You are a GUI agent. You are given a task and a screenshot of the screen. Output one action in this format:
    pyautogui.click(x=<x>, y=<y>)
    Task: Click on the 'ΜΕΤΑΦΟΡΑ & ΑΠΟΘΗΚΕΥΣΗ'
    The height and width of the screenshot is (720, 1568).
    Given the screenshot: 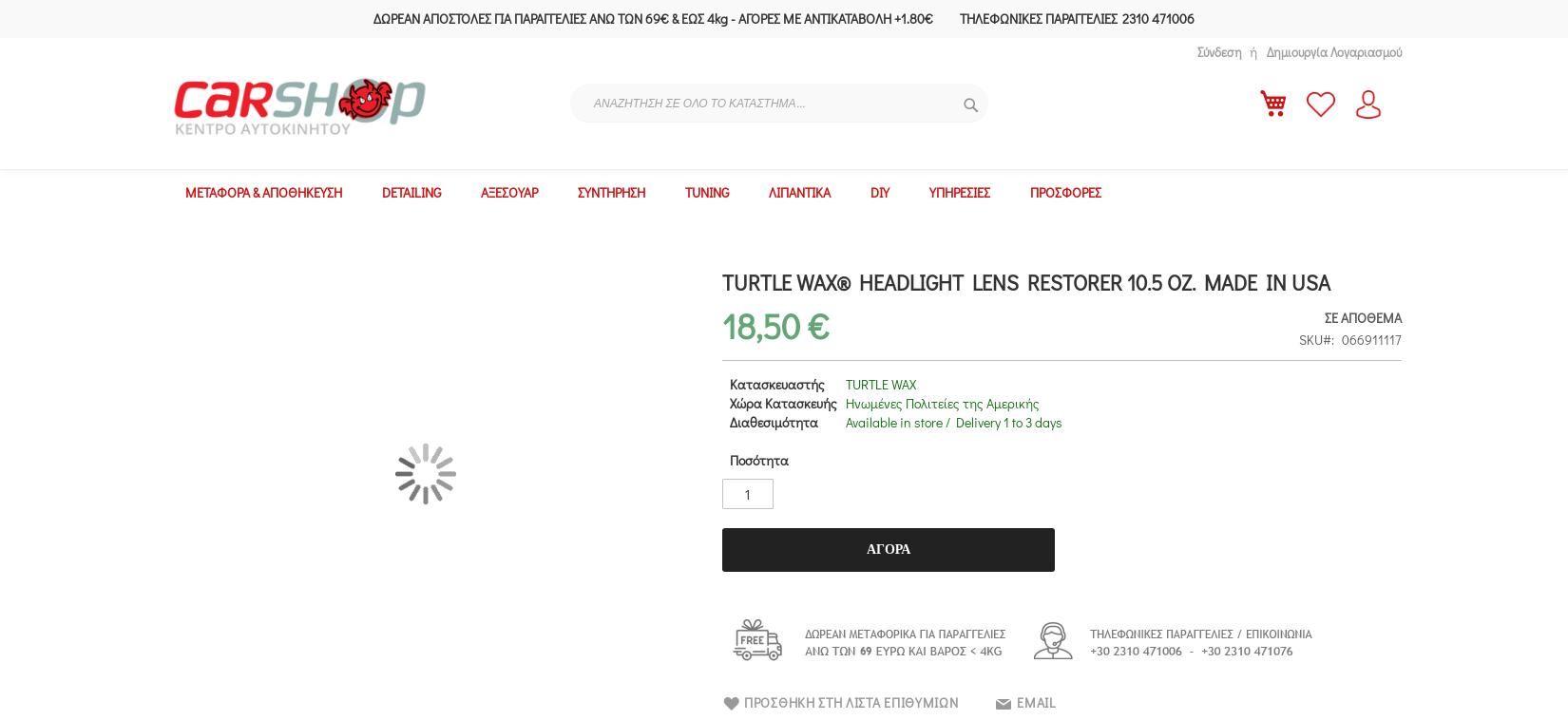 What is the action you would take?
    pyautogui.click(x=263, y=192)
    